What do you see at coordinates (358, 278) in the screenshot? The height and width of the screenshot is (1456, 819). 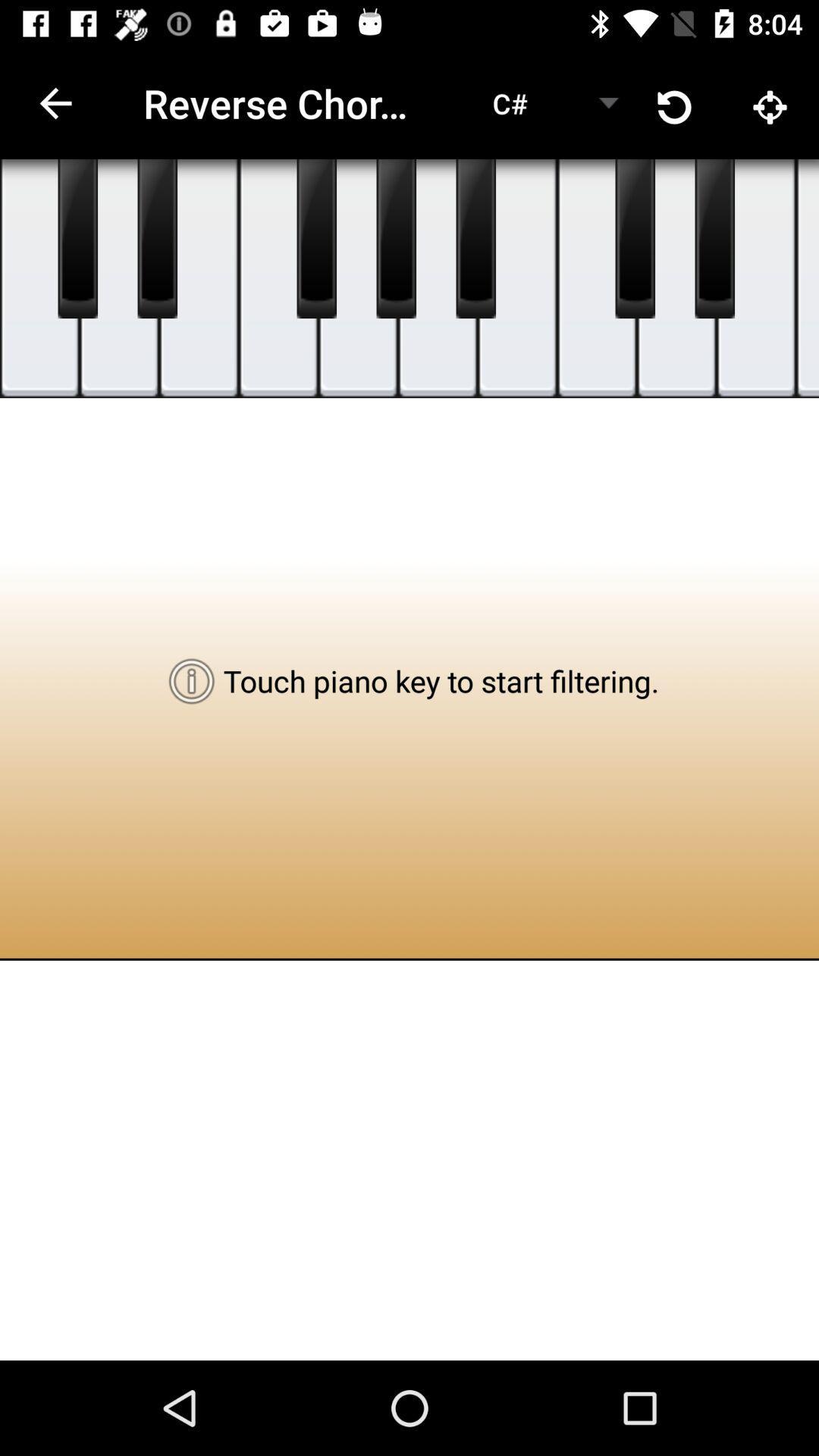 I see `choose the note` at bounding box center [358, 278].